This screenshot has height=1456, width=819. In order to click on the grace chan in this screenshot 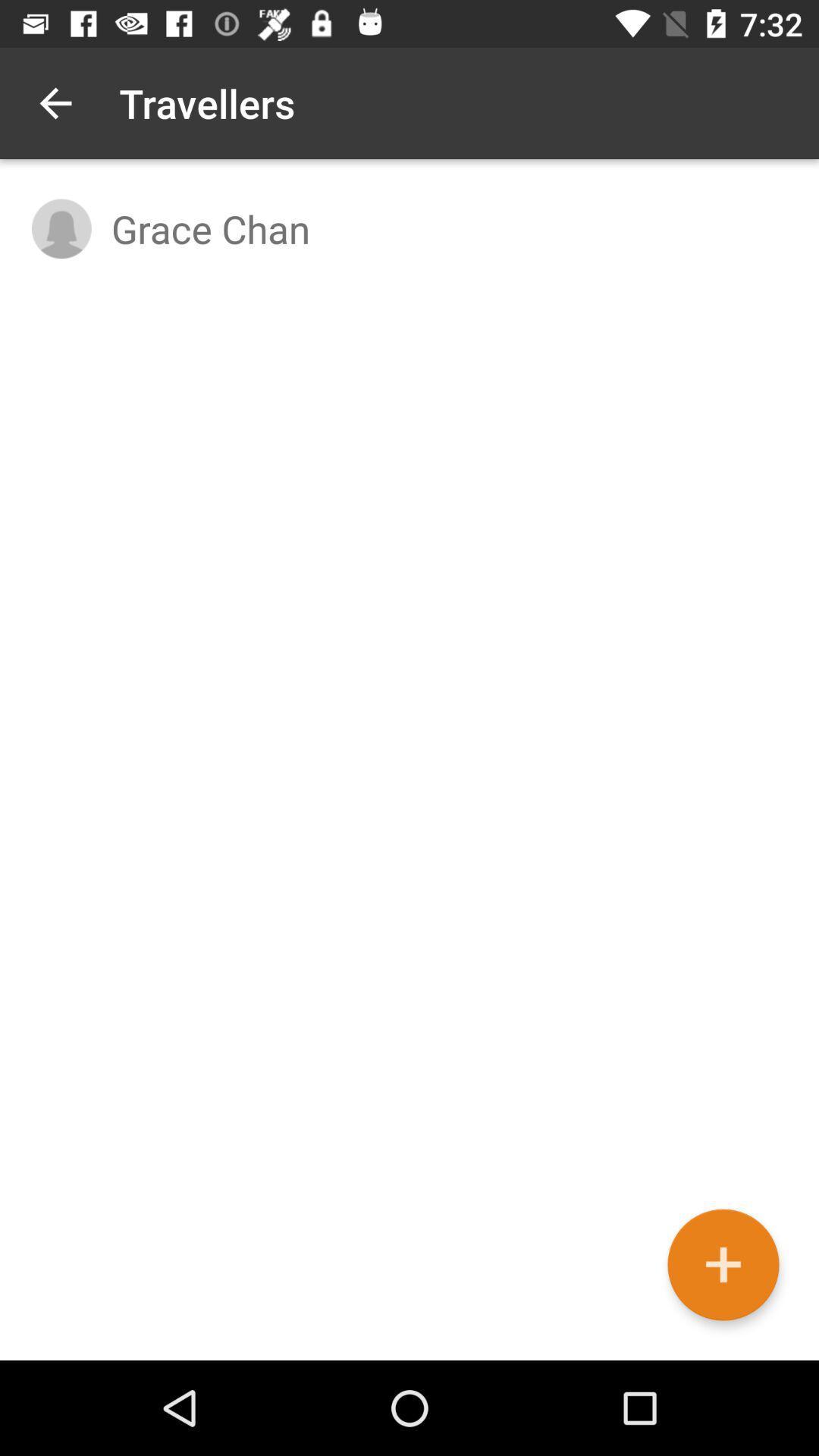, I will do `click(448, 227)`.